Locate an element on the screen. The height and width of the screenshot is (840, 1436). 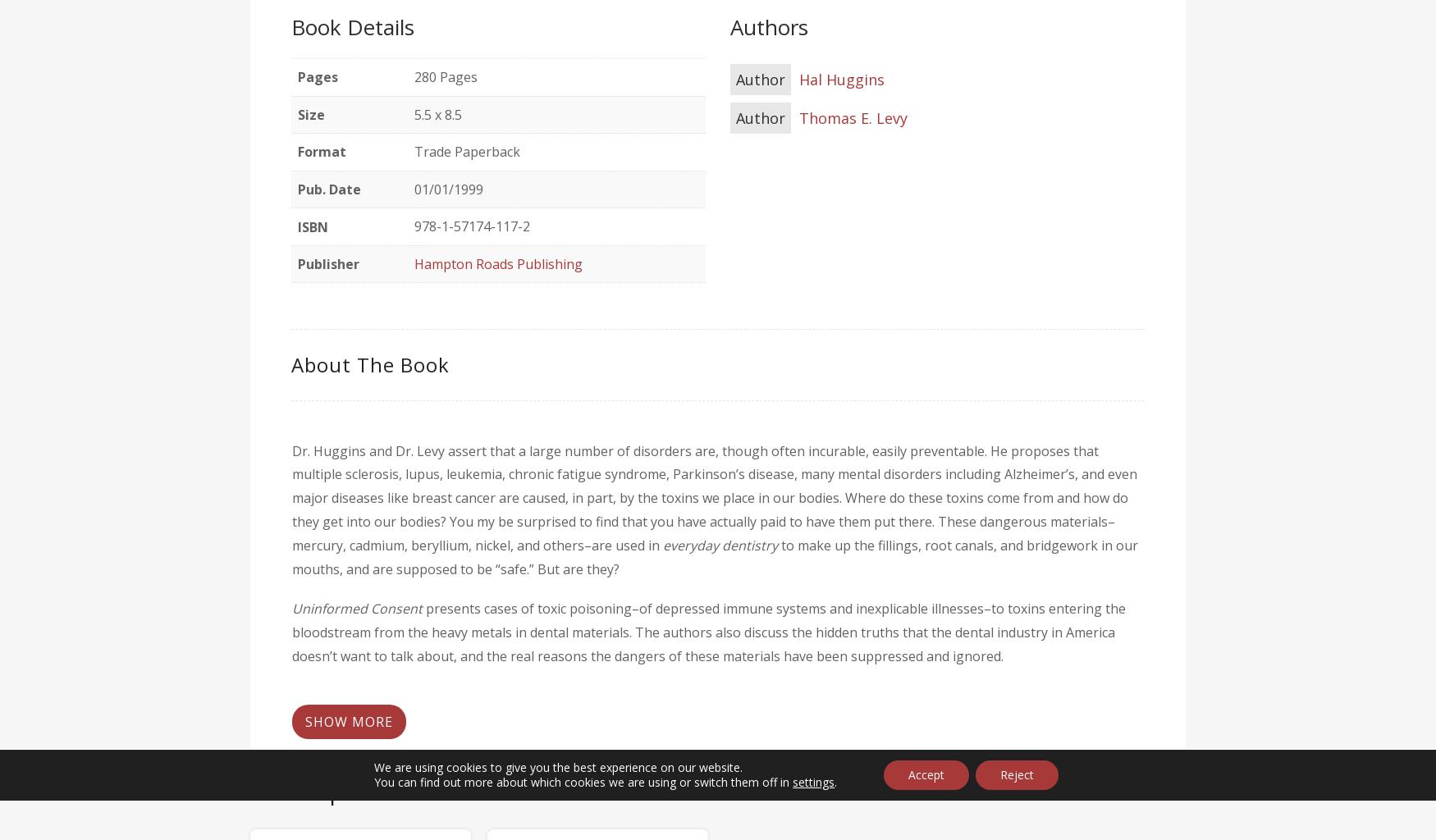
'We are using cookies to give you the best experience on our website.' is located at coordinates (557, 766).